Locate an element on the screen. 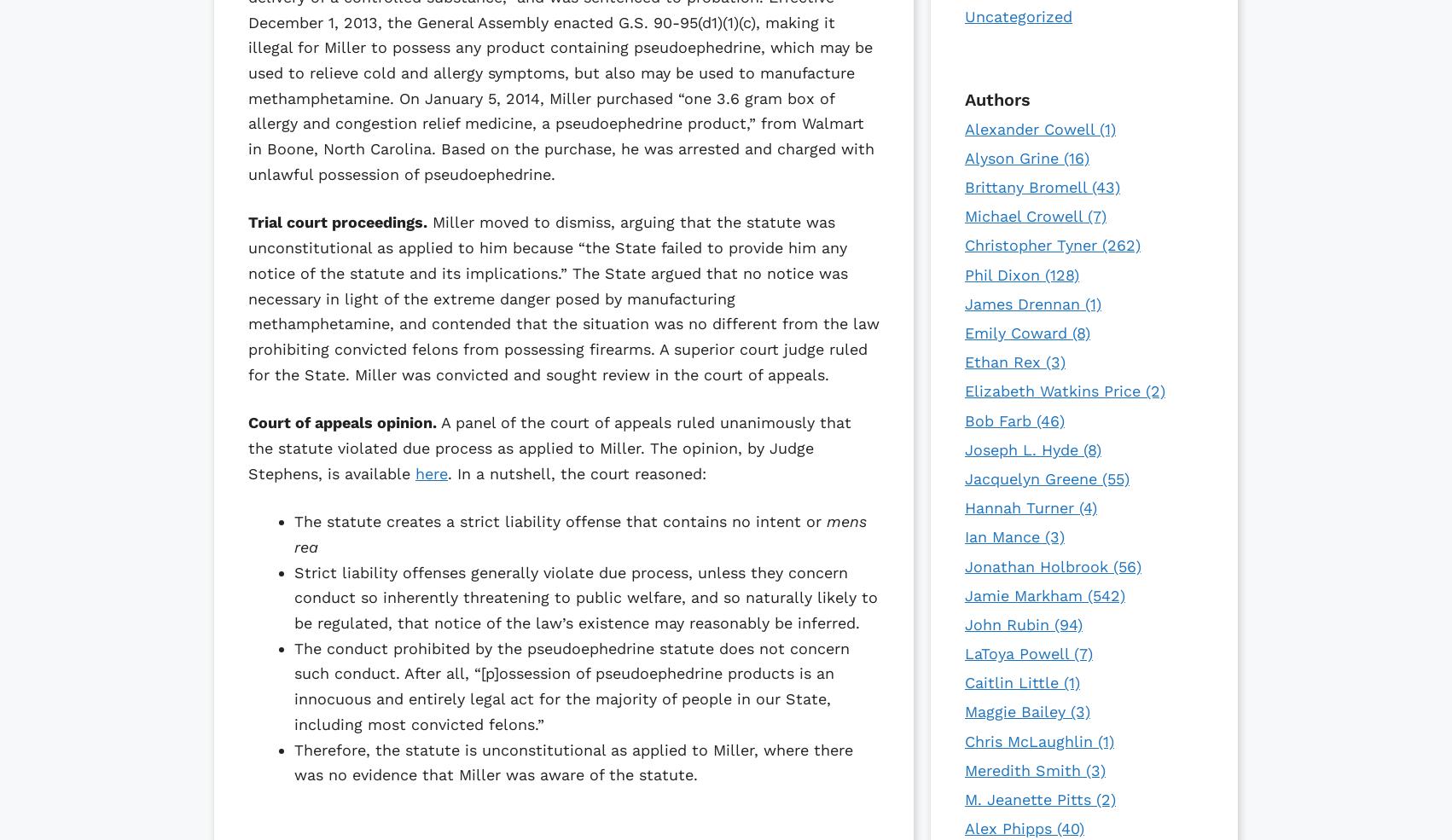 Image resolution: width=1452 pixels, height=840 pixels. 'here' is located at coordinates (431, 472).